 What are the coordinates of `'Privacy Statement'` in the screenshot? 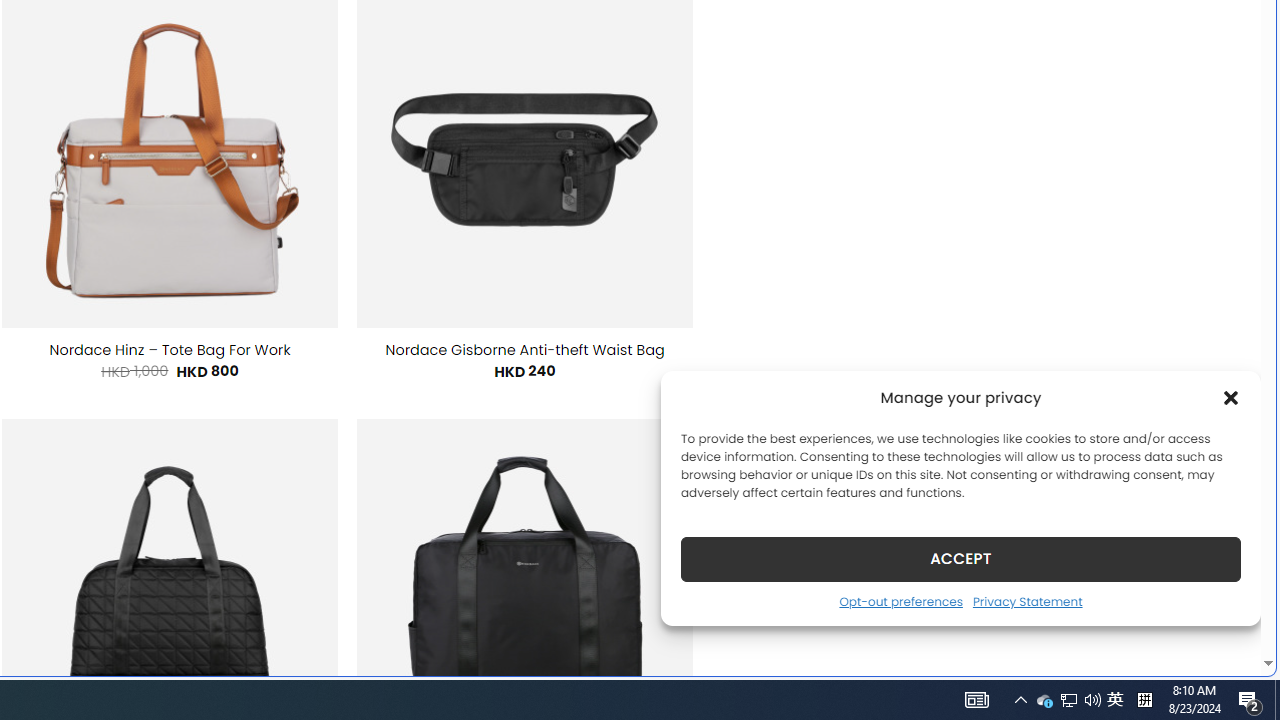 It's located at (1027, 600).